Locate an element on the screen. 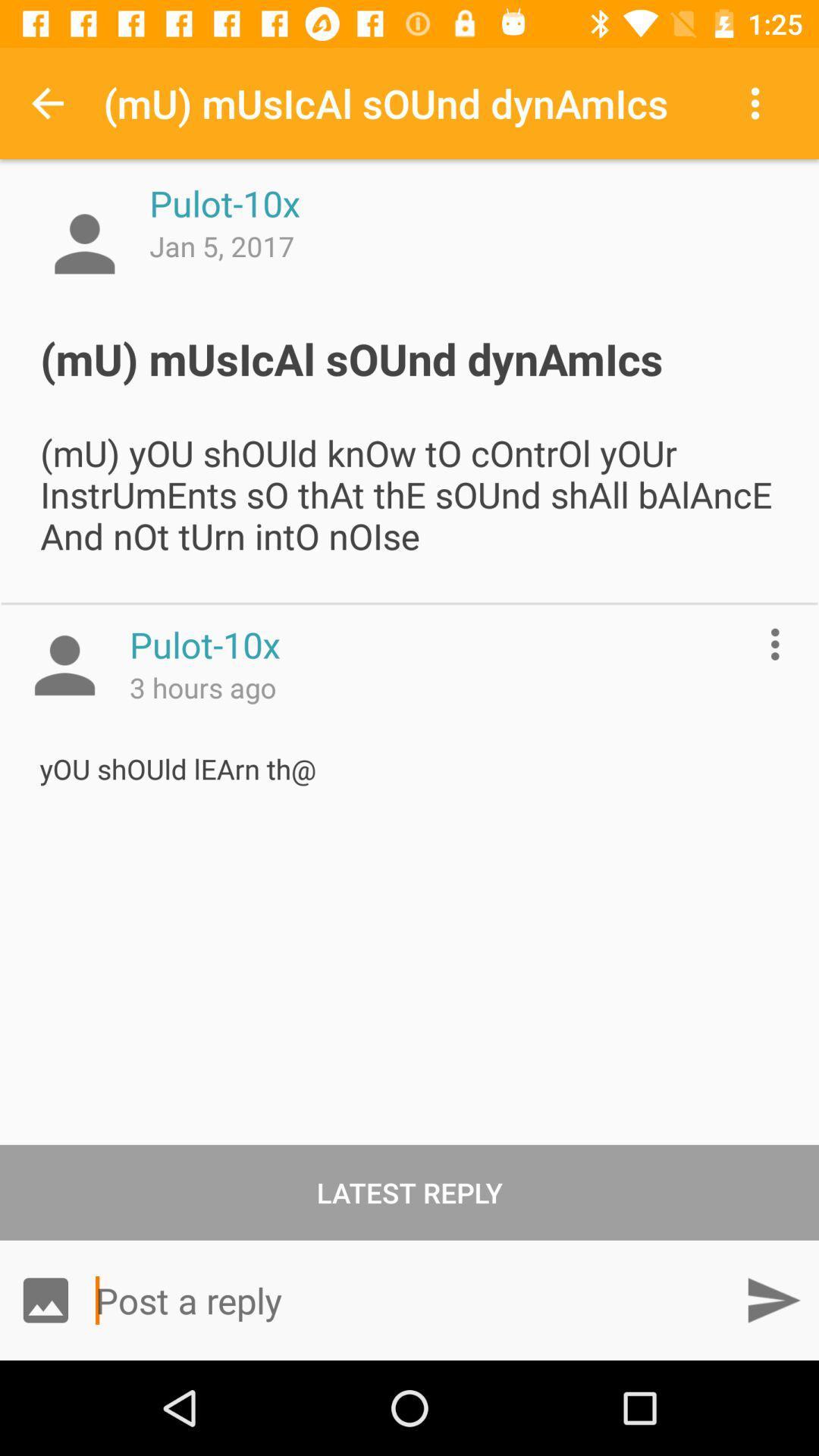 The image size is (819, 1456). insert an image is located at coordinates (45, 1299).